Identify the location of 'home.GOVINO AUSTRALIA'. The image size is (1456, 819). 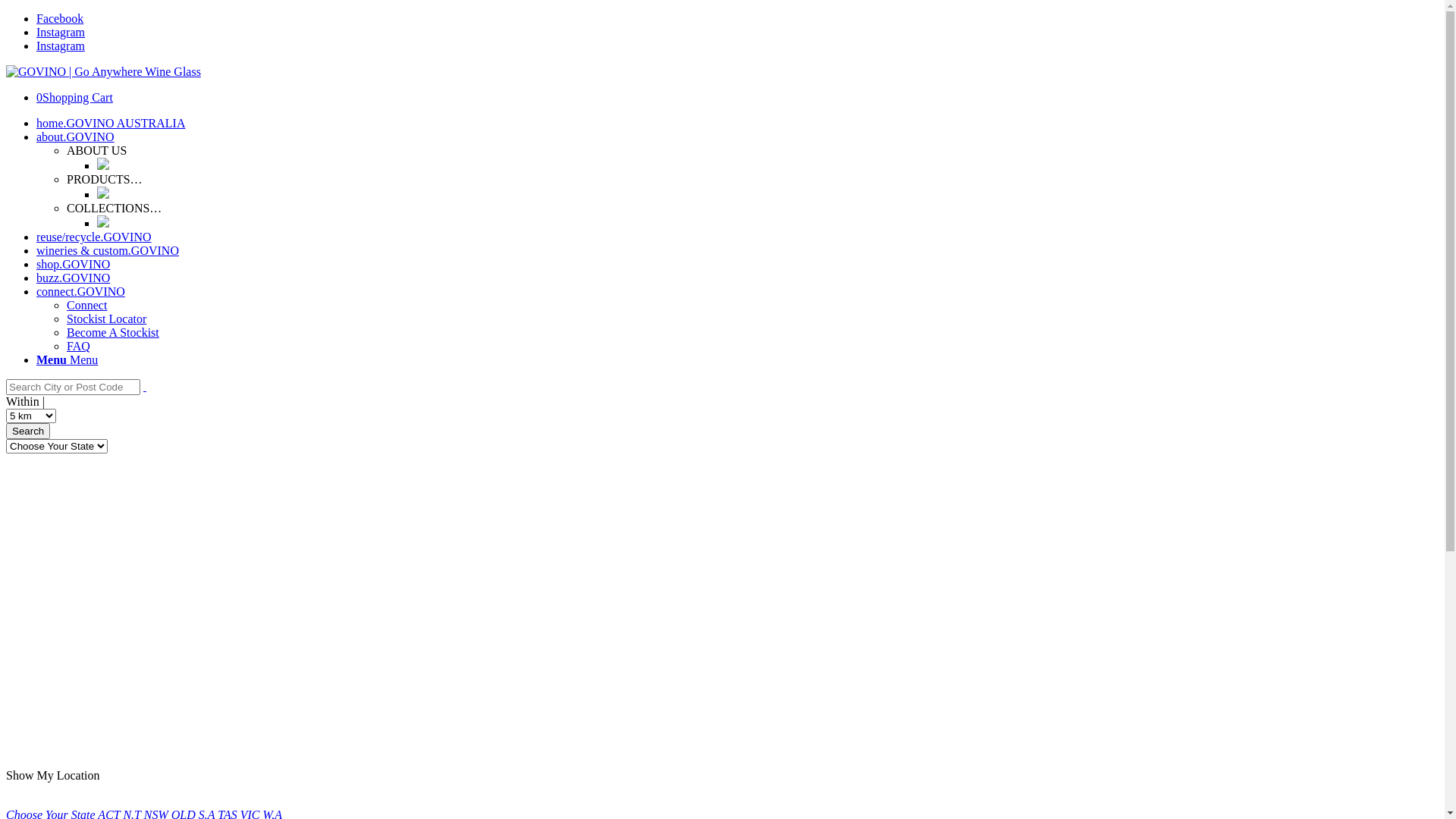
(36, 122).